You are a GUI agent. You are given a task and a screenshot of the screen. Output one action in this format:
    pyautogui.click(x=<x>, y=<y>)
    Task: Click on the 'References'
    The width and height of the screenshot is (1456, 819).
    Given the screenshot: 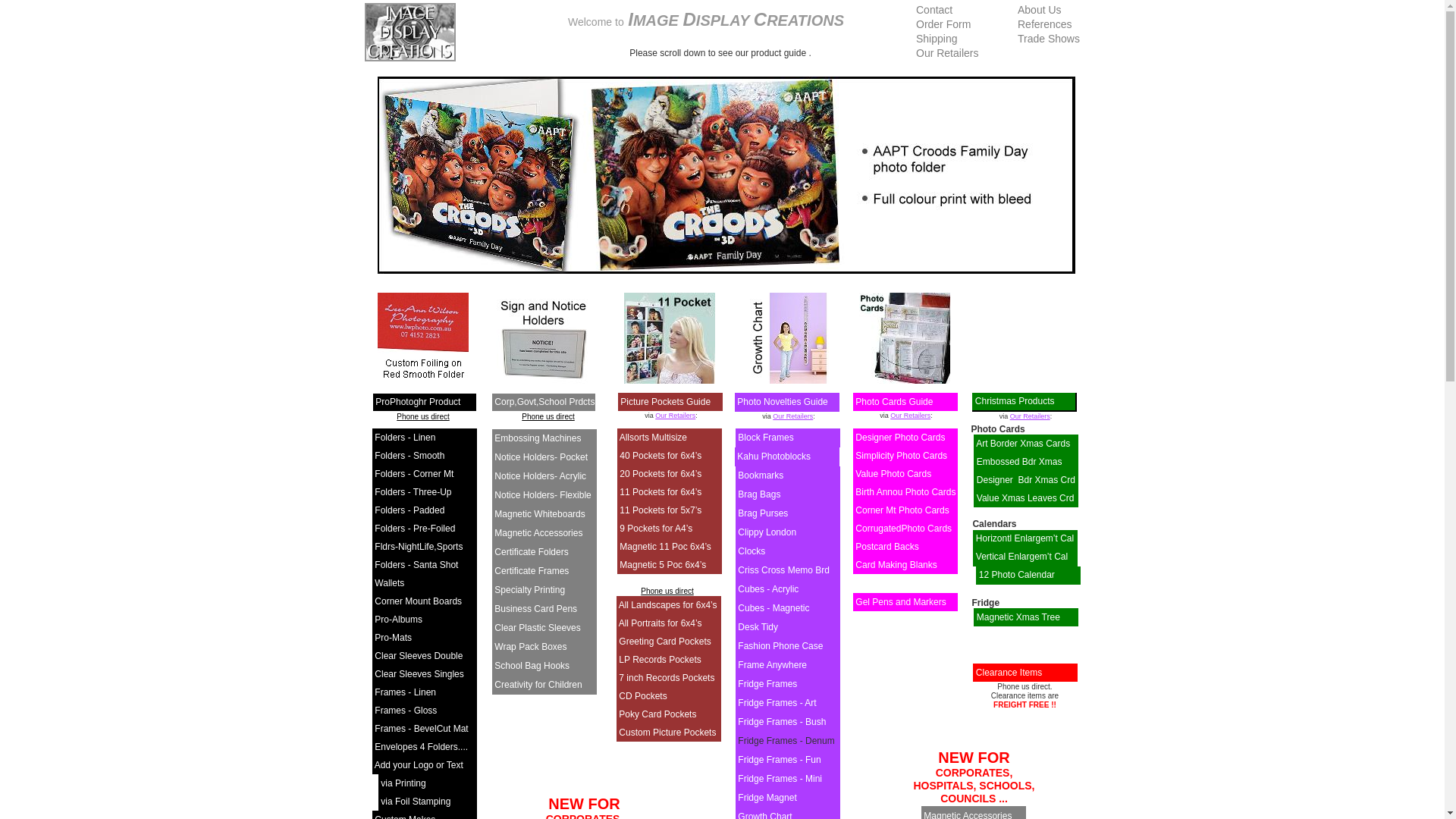 What is the action you would take?
    pyautogui.click(x=1043, y=24)
    